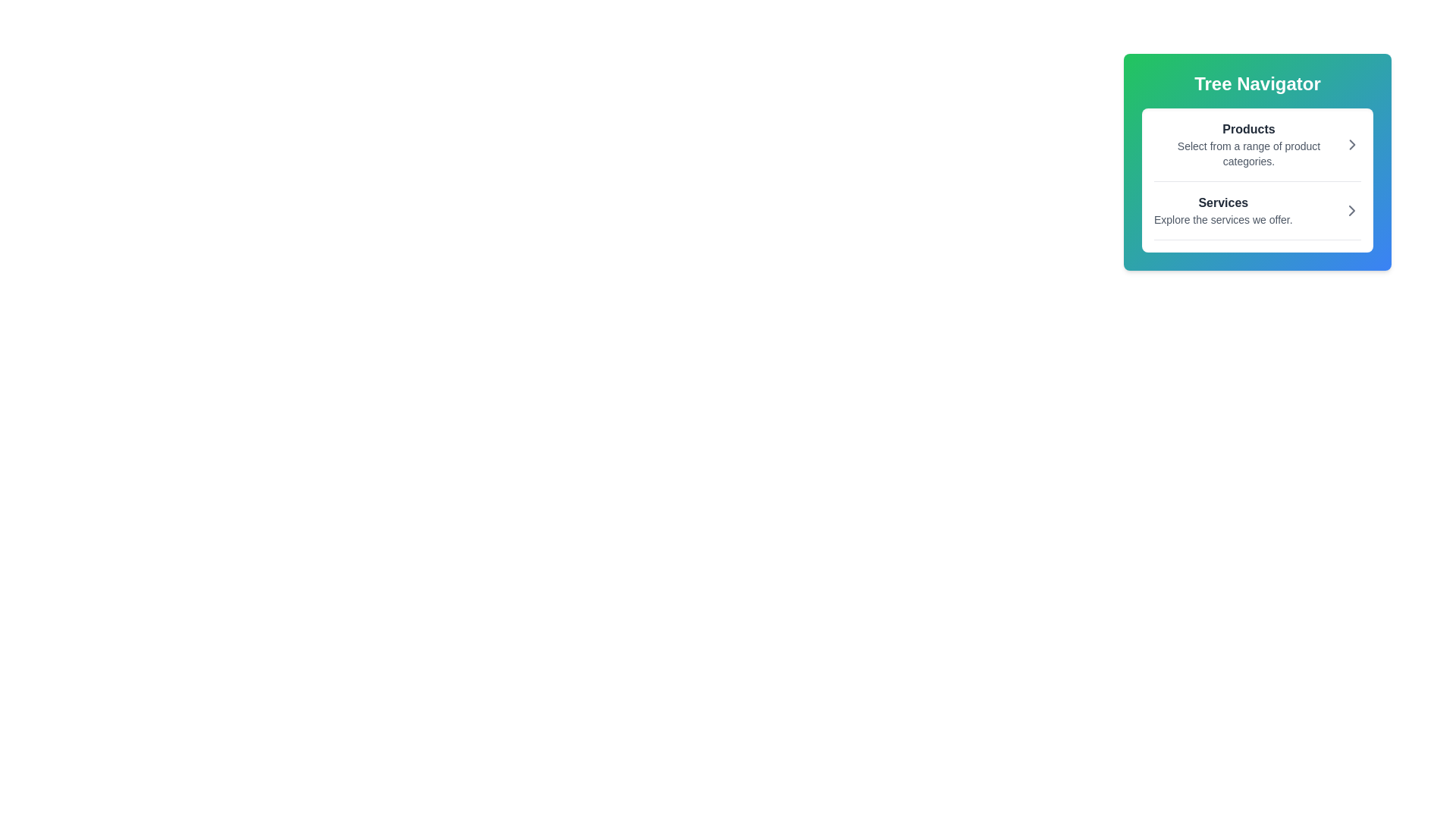  What do you see at coordinates (1257, 151) in the screenshot?
I see `the 'Products' interactive navigation item in the Tree Navigator menu` at bounding box center [1257, 151].